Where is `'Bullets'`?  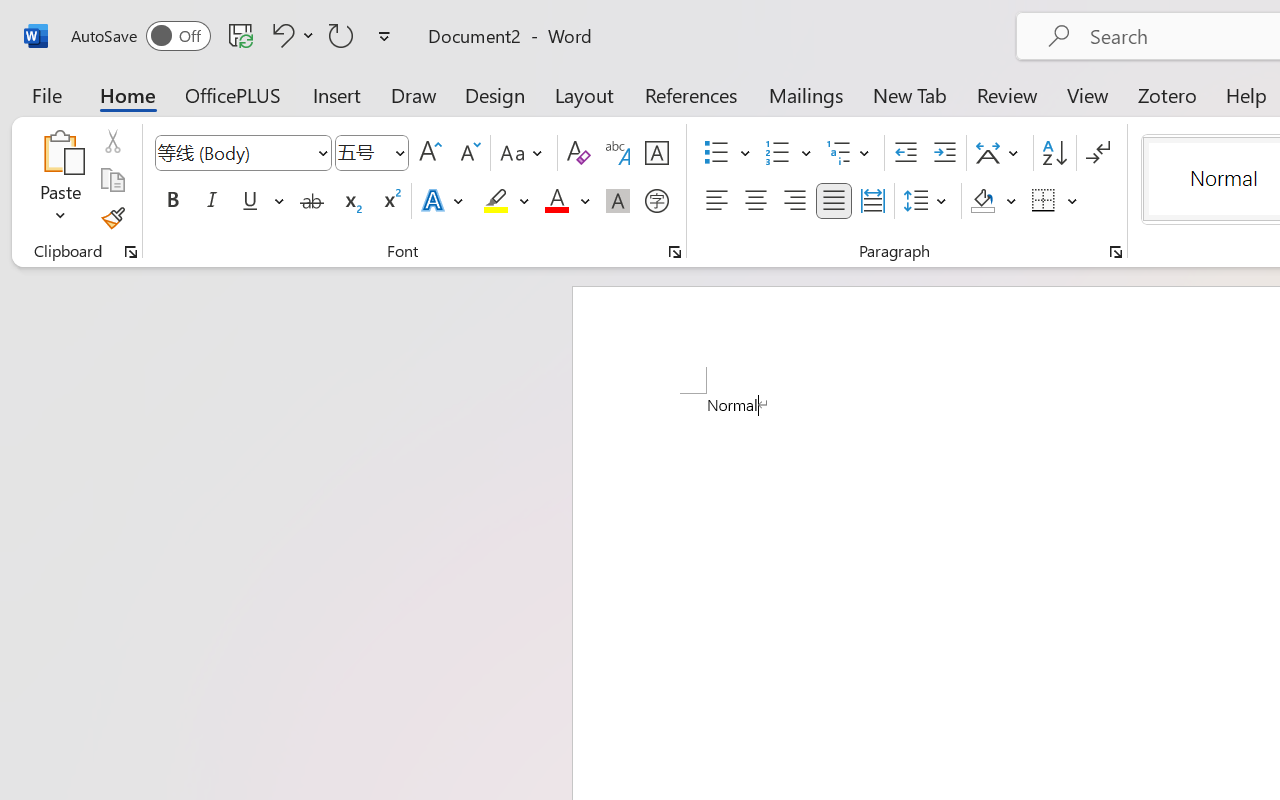
'Bullets' is located at coordinates (716, 153).